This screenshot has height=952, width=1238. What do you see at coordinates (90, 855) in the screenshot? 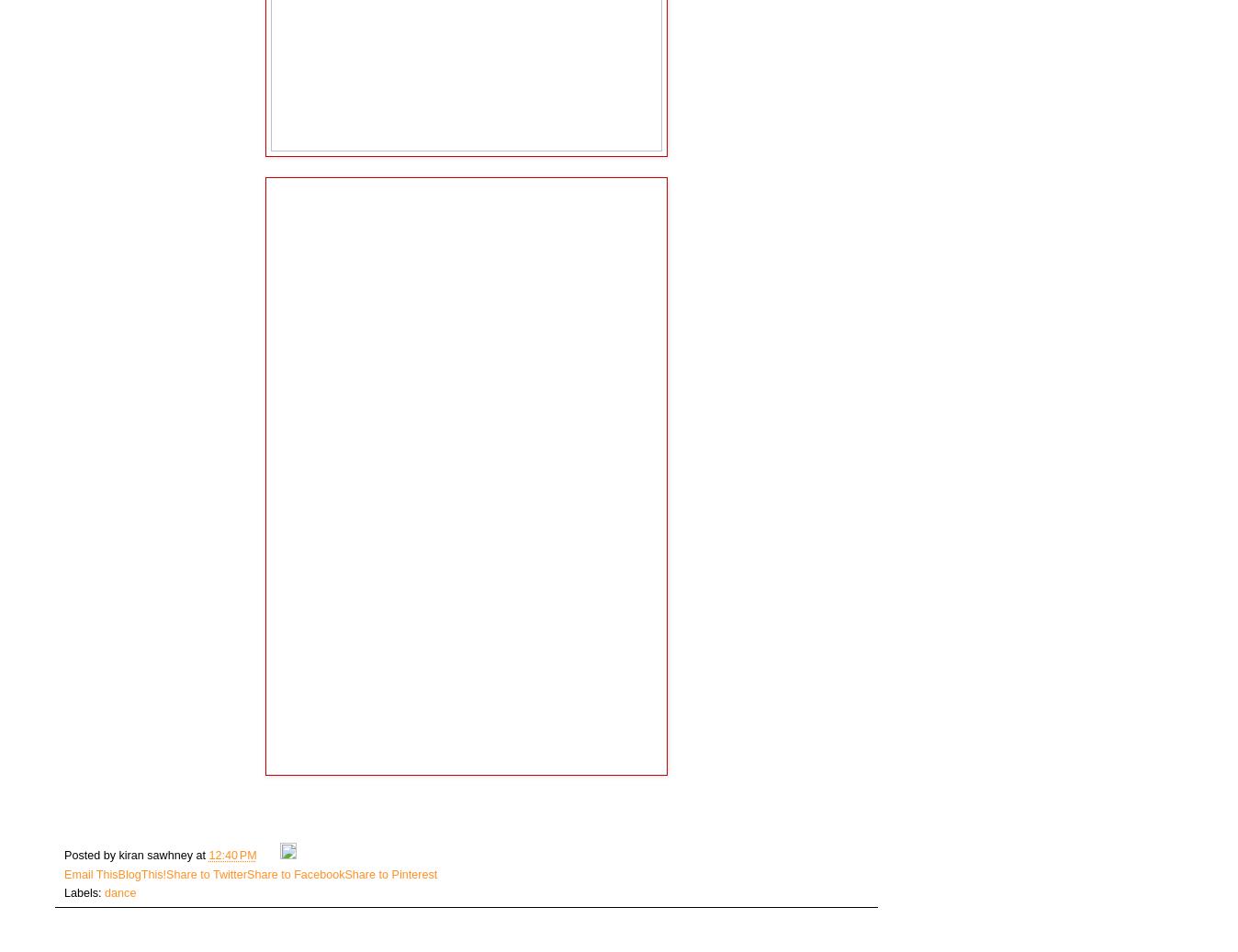
I see `'Posted by'` at bounding box center [90, 855].